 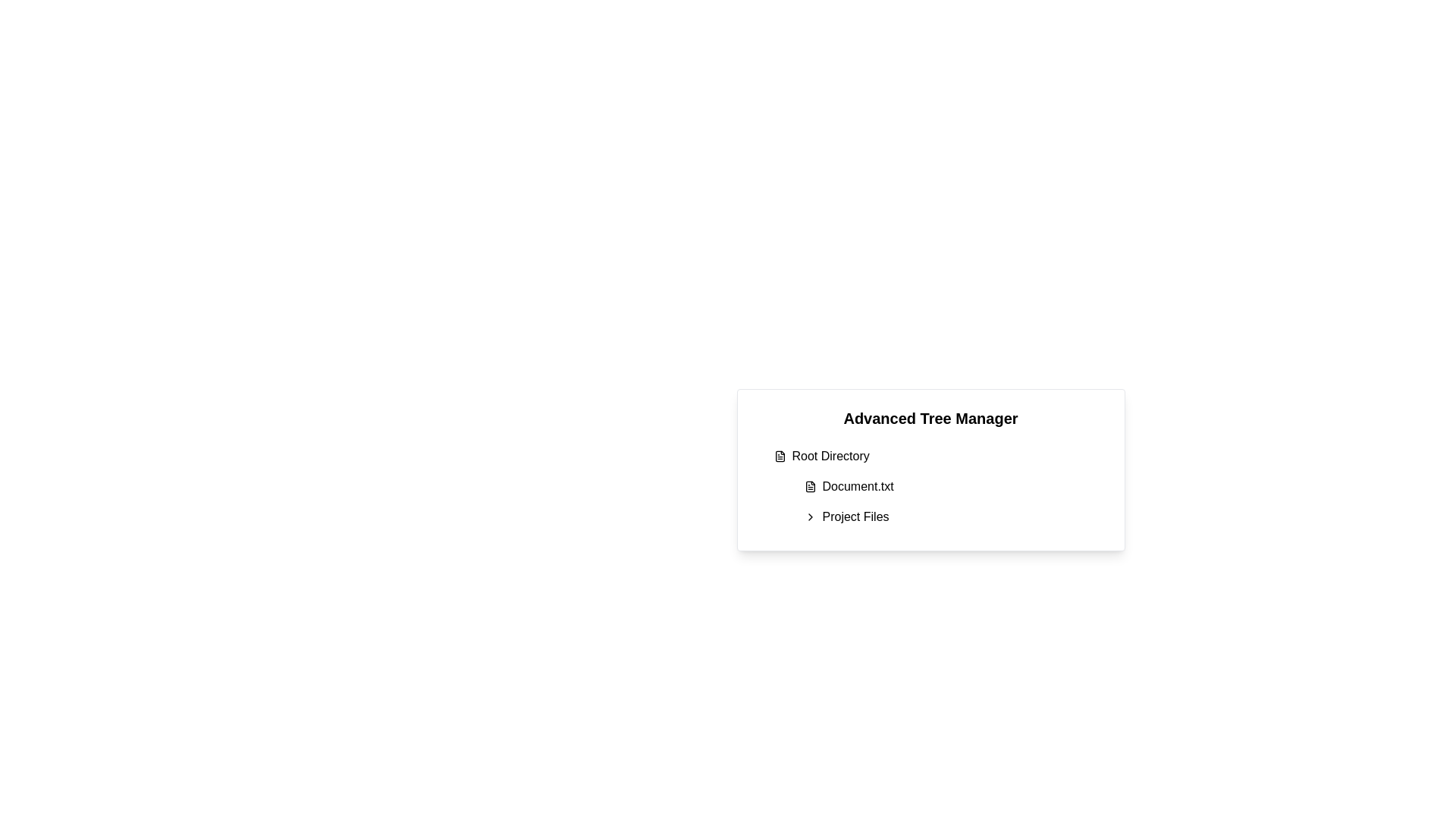 What do you see at coordinates (809, 516) in the screenshot?
I see `the right-facing chevron icon within the 'Project Files' section, which is styled with a dark stroke on a white background` at bounding box center [809, 516].